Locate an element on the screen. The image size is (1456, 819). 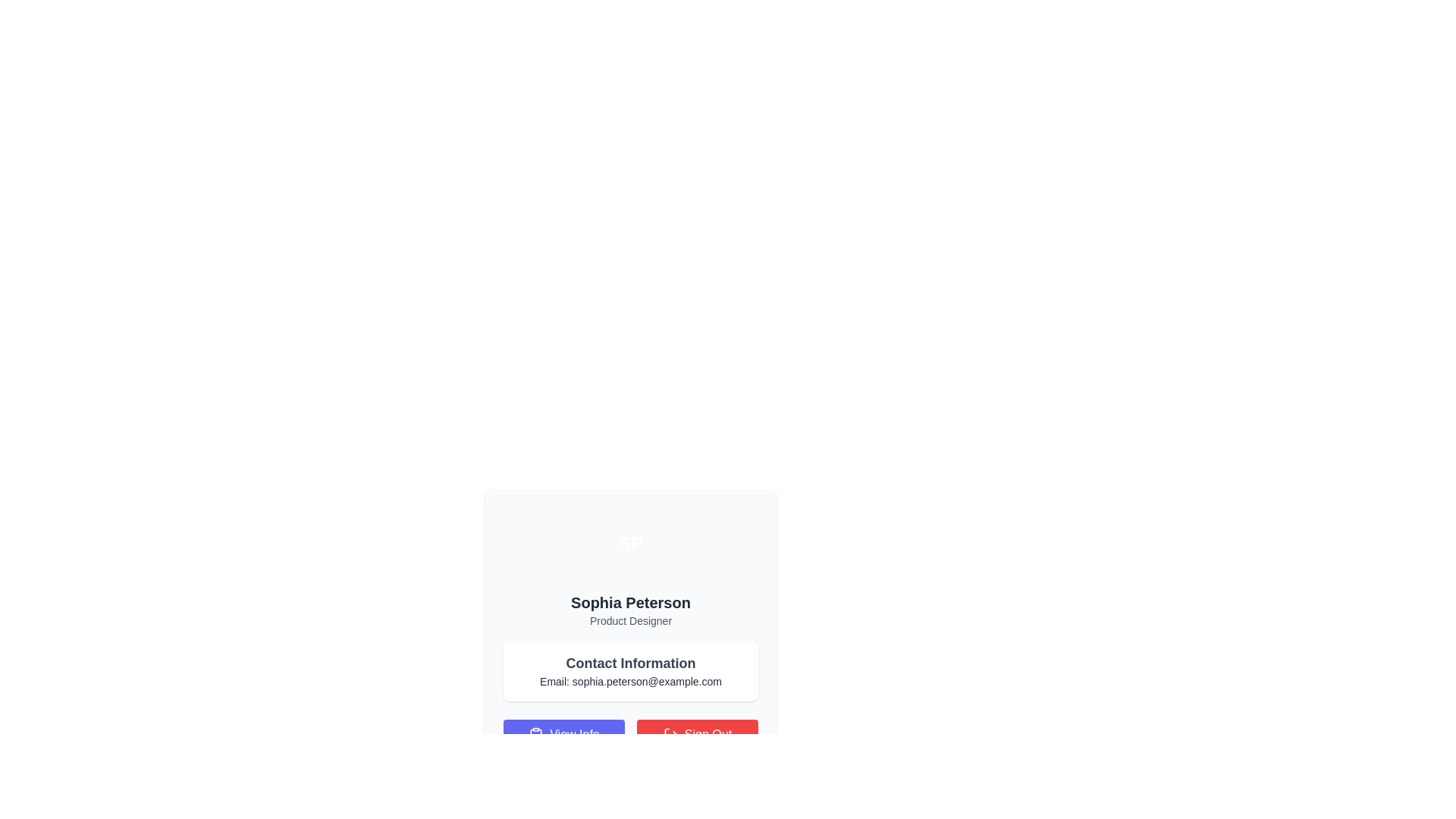
the 'Product Designer' text label, which indicates the role of the individual 'Sophia Peterson' in the profile card is located at coordinates (630, 620).